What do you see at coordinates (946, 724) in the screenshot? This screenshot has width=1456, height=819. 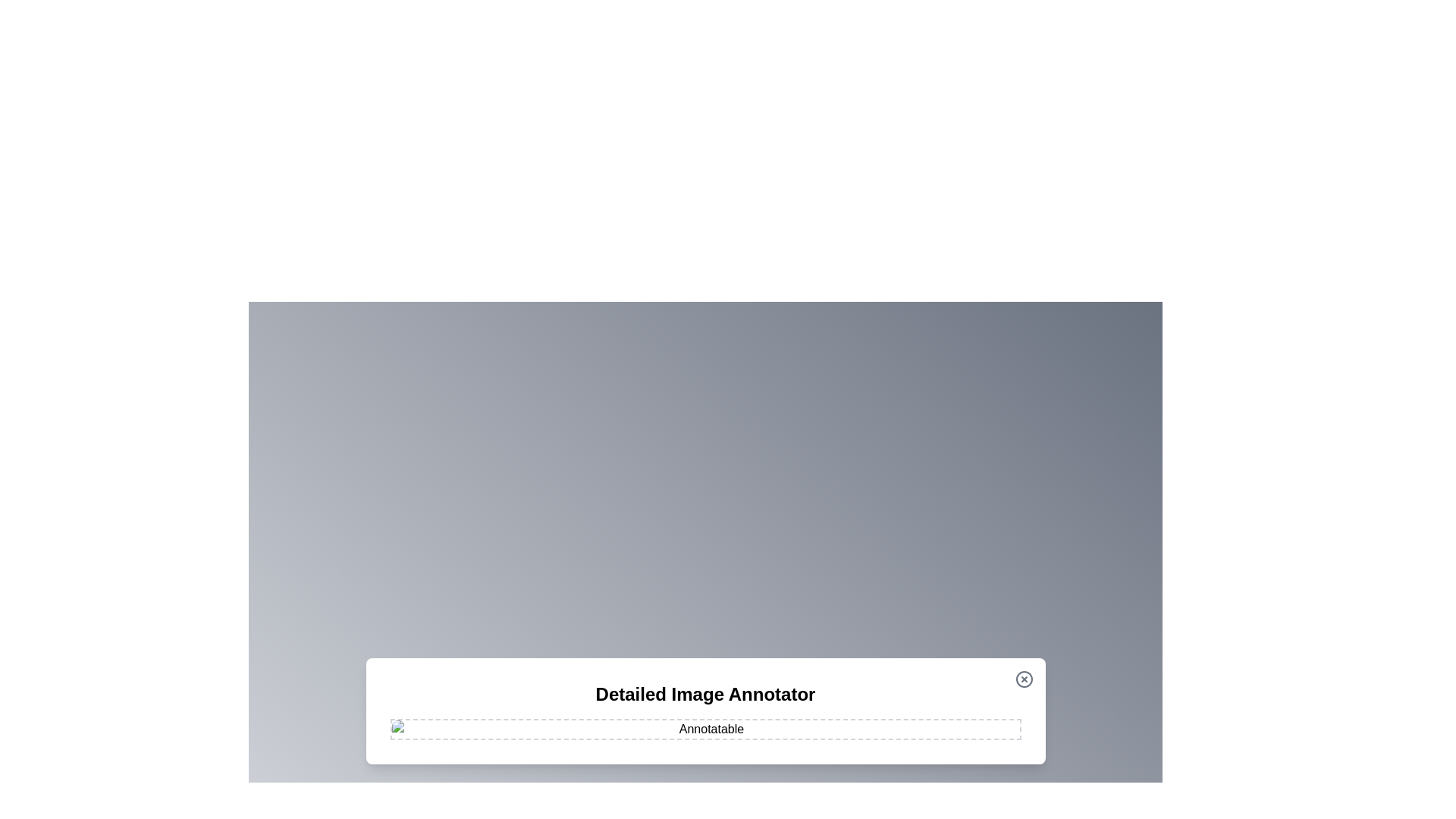 I see `the image at coordinates (1249, 957) to add an annotation` at bounding box center [946, 724].